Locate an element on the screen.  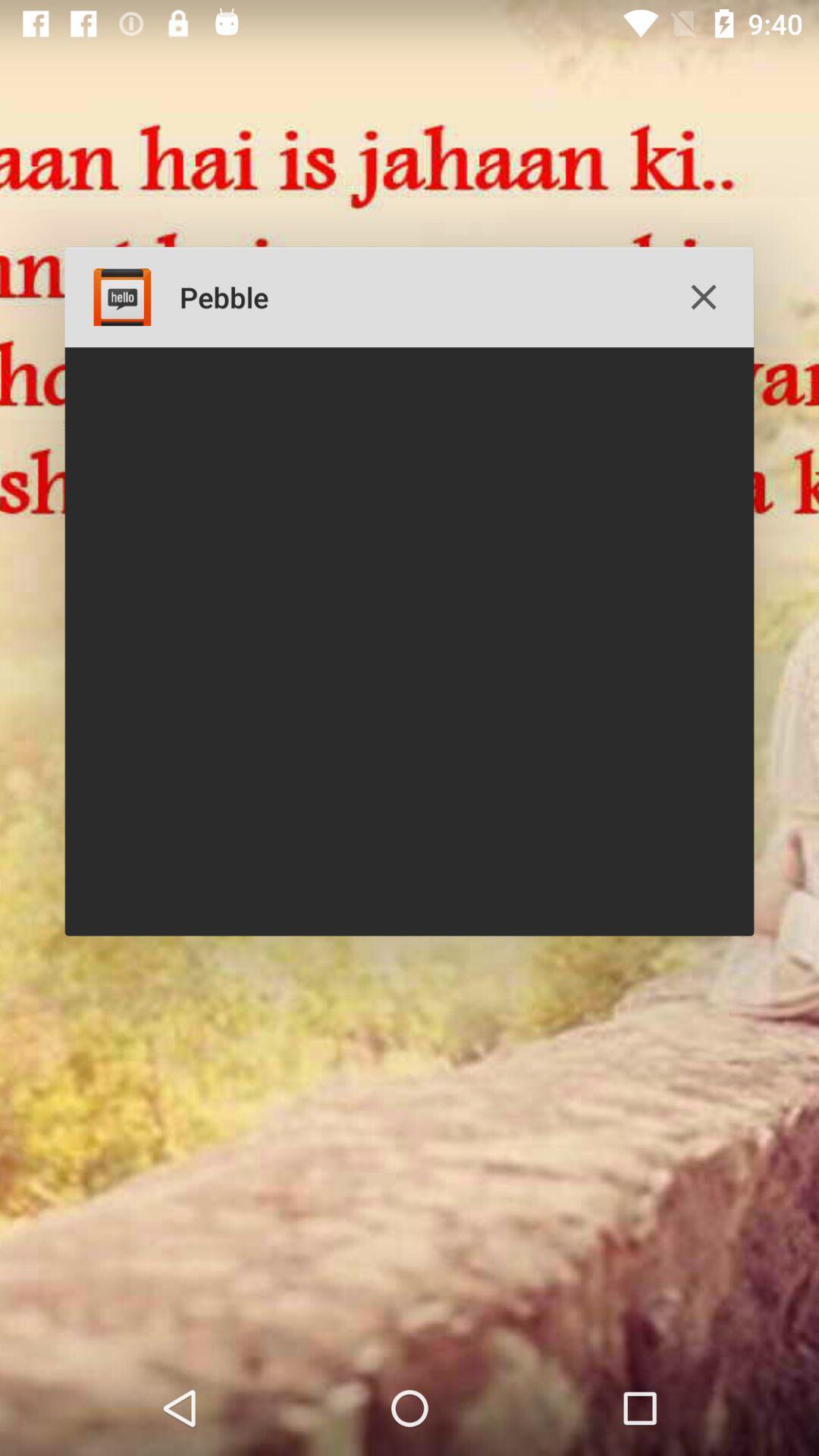
the close icon is located at coordinates (704, 297).